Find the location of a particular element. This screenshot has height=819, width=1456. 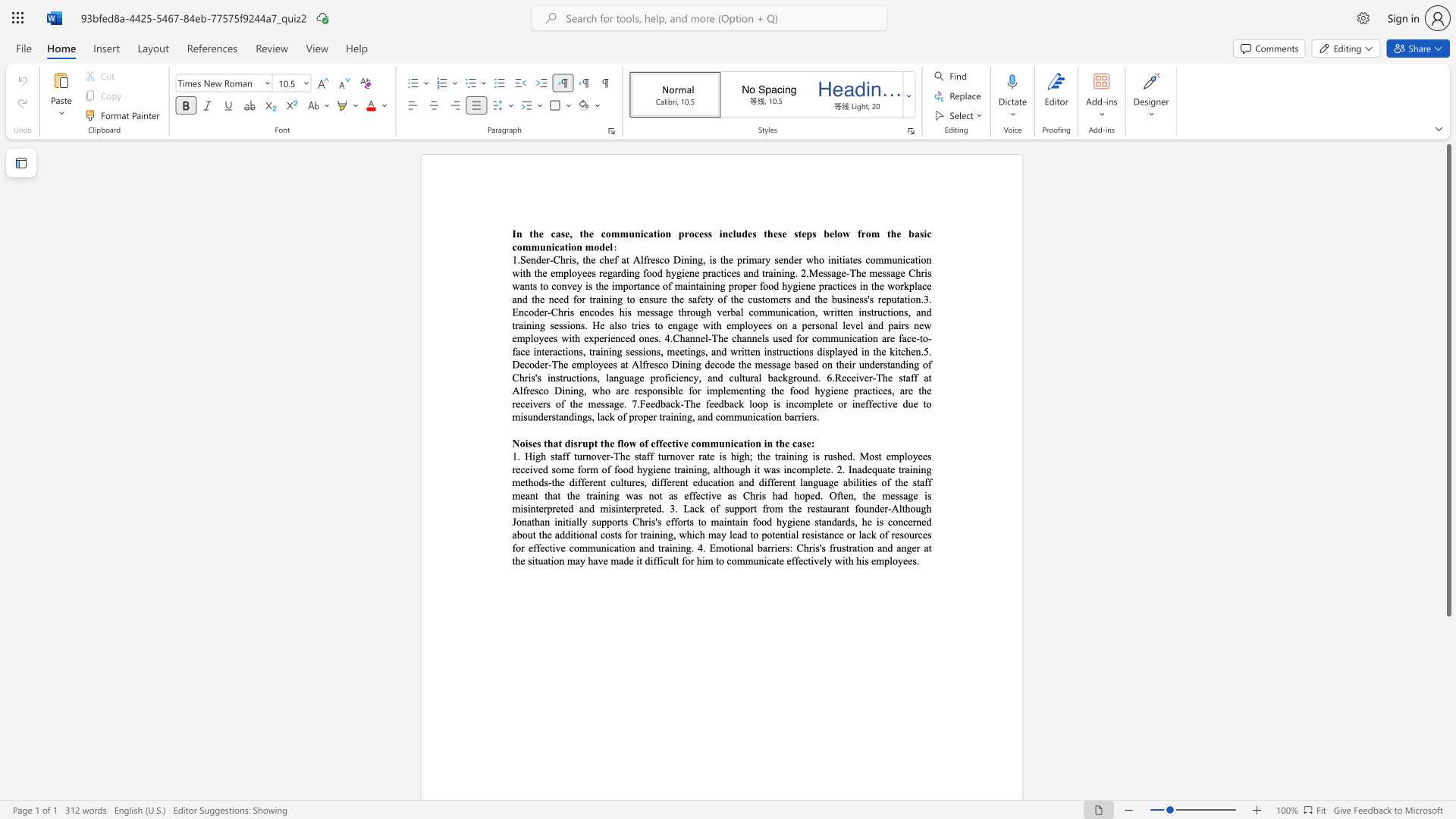

the 2th character "d" in the text is located at coordinates (790, 259).